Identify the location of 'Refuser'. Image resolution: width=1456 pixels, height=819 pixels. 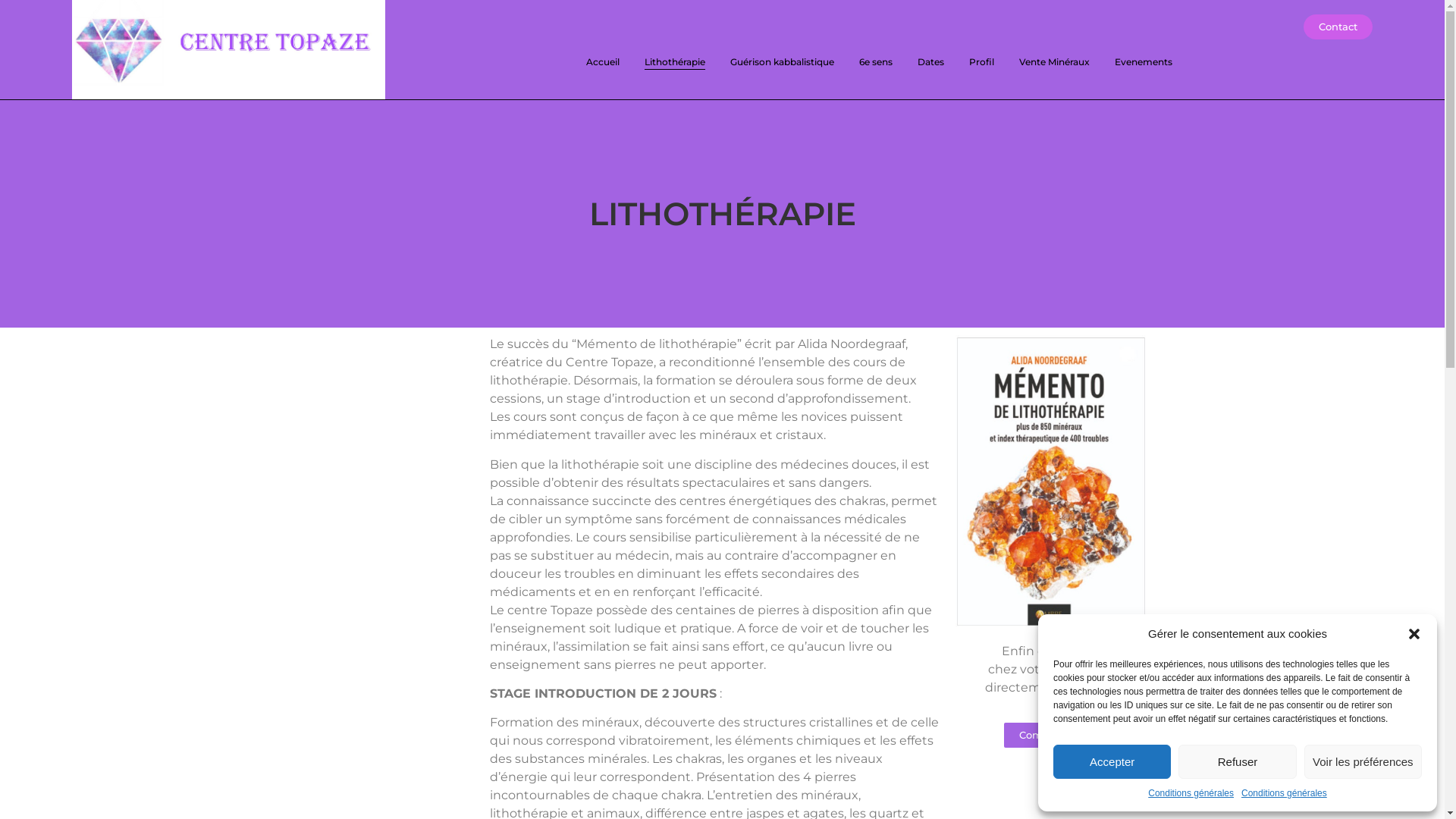
(1178, 761).